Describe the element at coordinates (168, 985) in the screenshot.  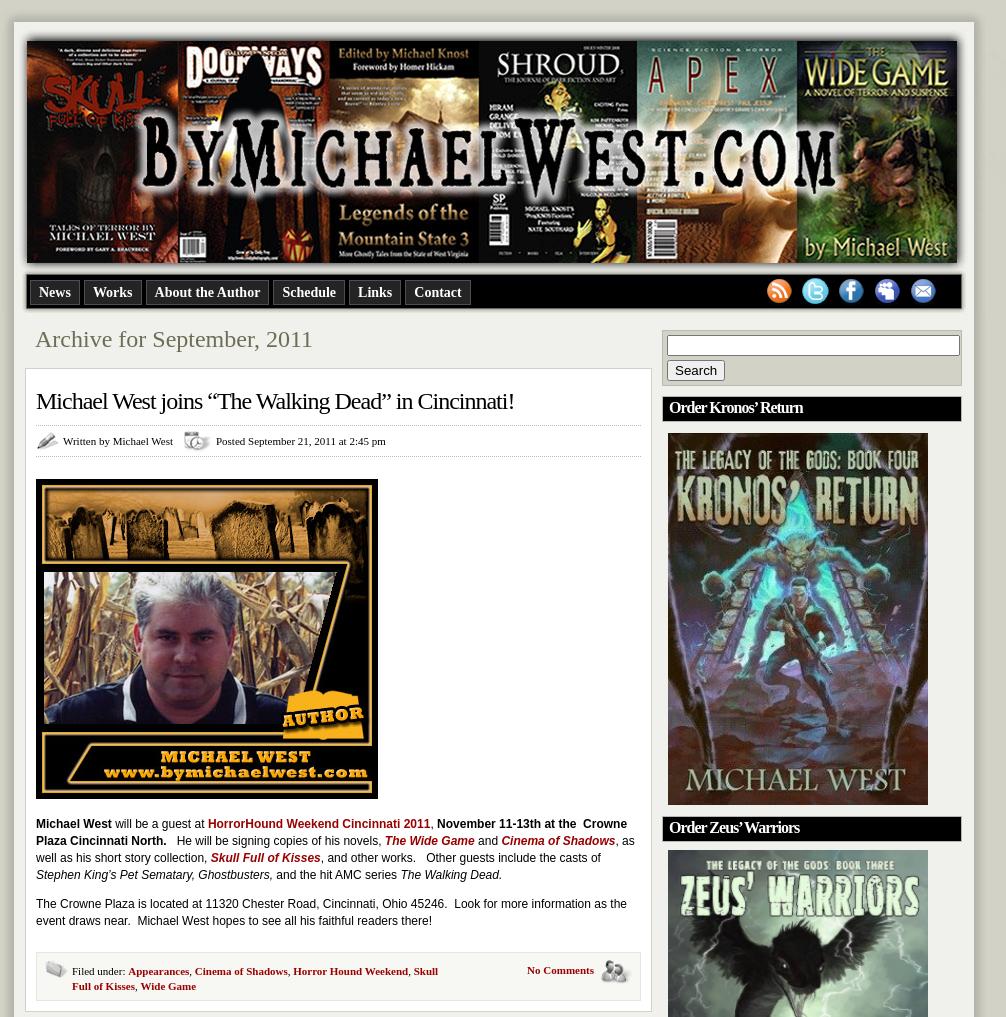
I see `'Wide Game'` at that location.